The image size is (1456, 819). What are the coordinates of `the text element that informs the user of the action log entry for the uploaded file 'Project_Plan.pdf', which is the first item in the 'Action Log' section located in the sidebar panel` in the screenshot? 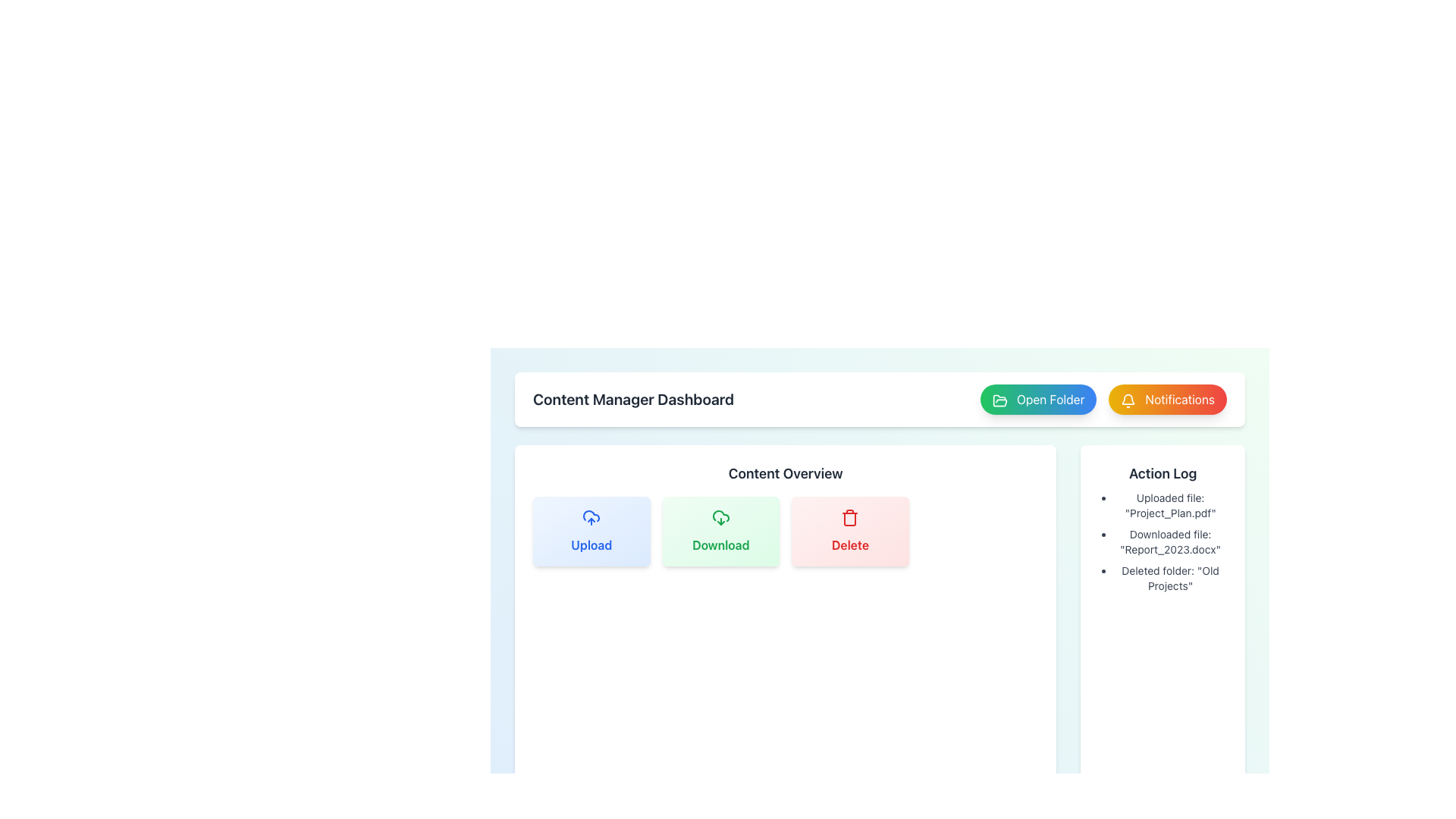 It's located at (1169, 506).